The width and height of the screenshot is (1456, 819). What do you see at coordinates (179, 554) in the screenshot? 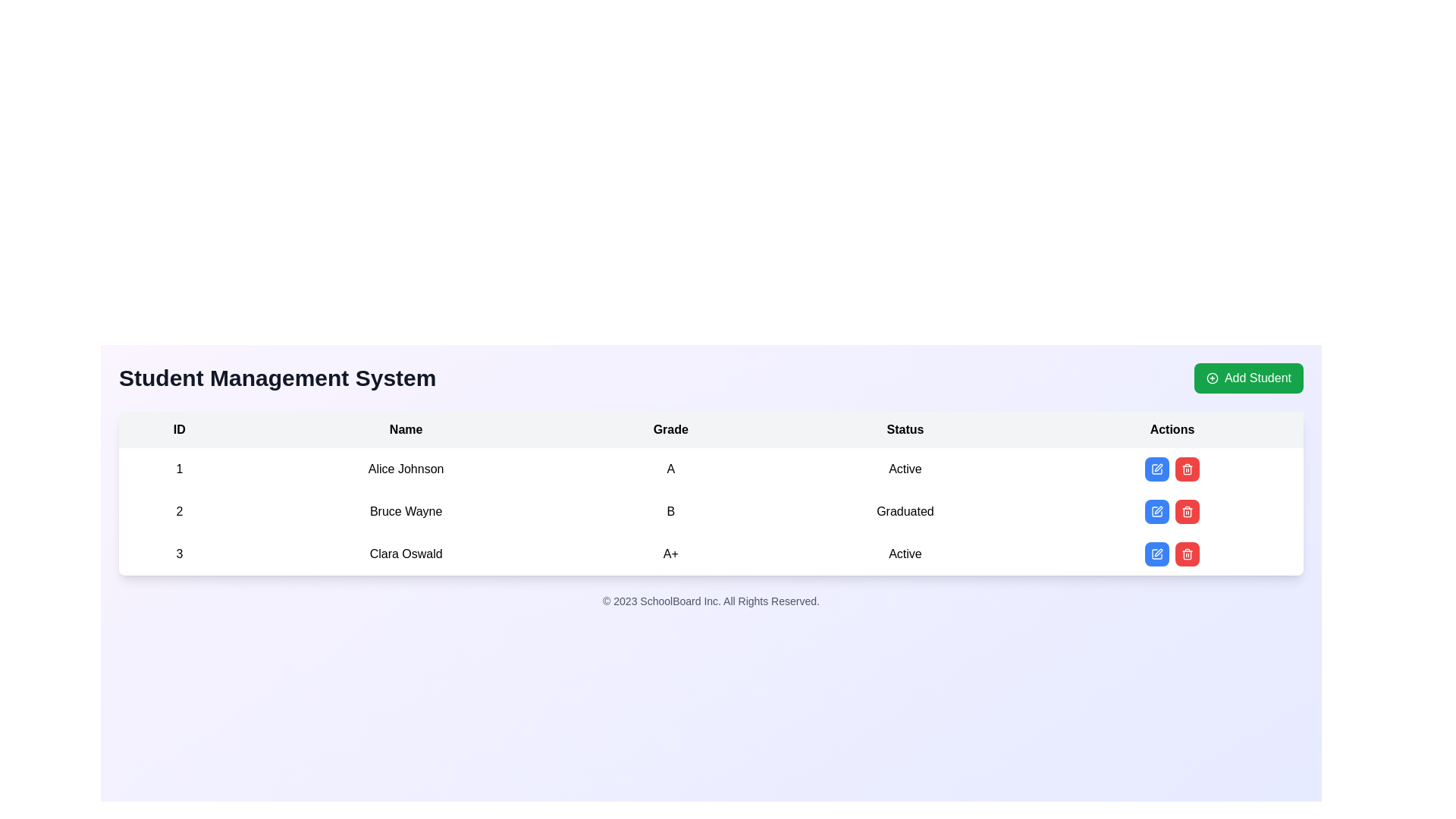
I see `the text element displaying the numerical value '3' in the first column of the third row of the table under the 'ID' column` at bounding box center [179, 554].